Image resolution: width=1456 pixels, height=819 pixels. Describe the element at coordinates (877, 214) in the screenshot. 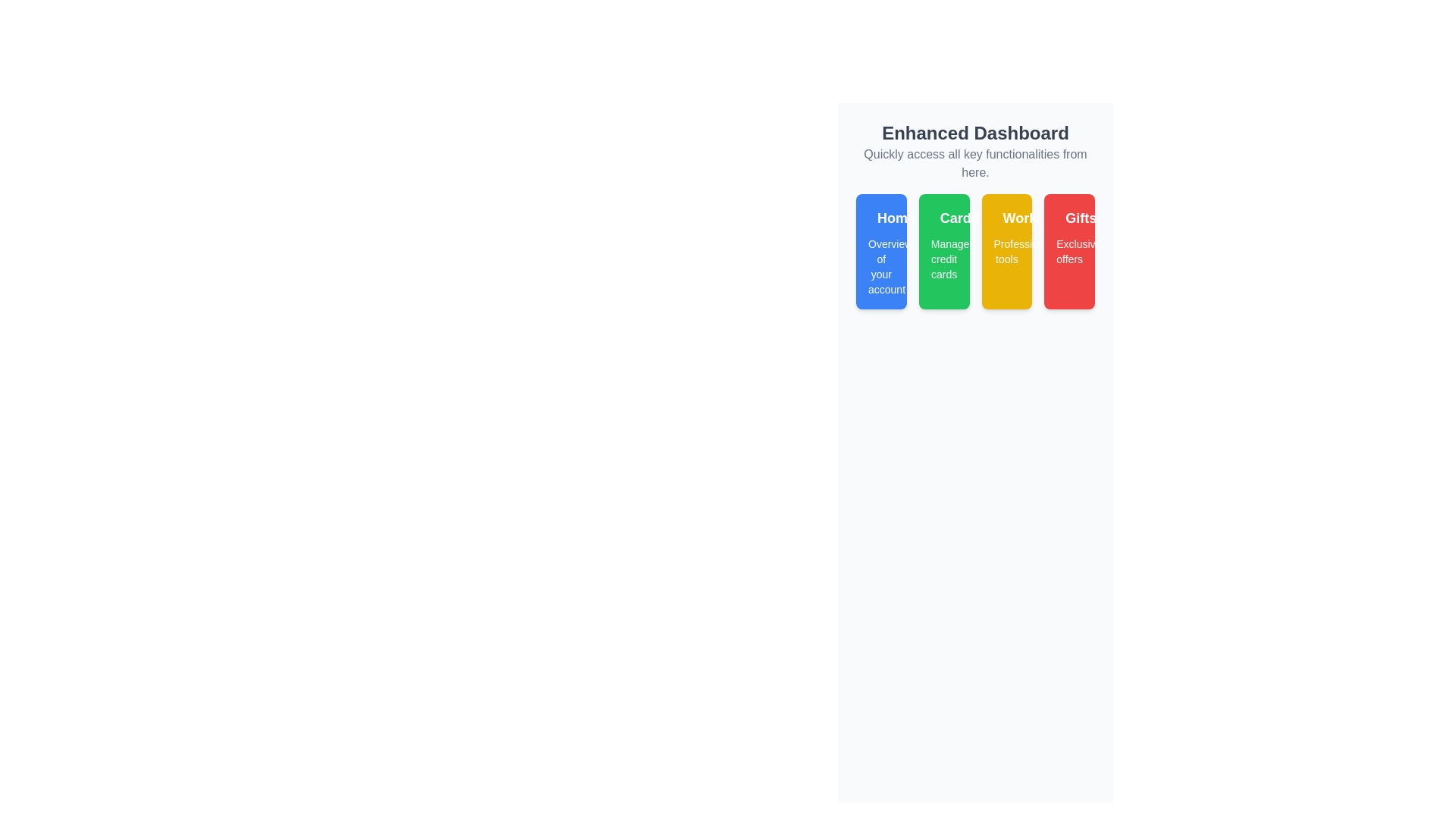

I see `the minimalist house icon located in the blue 'Home' button beneath the 'Enhanced Dashboard' title` at that location.